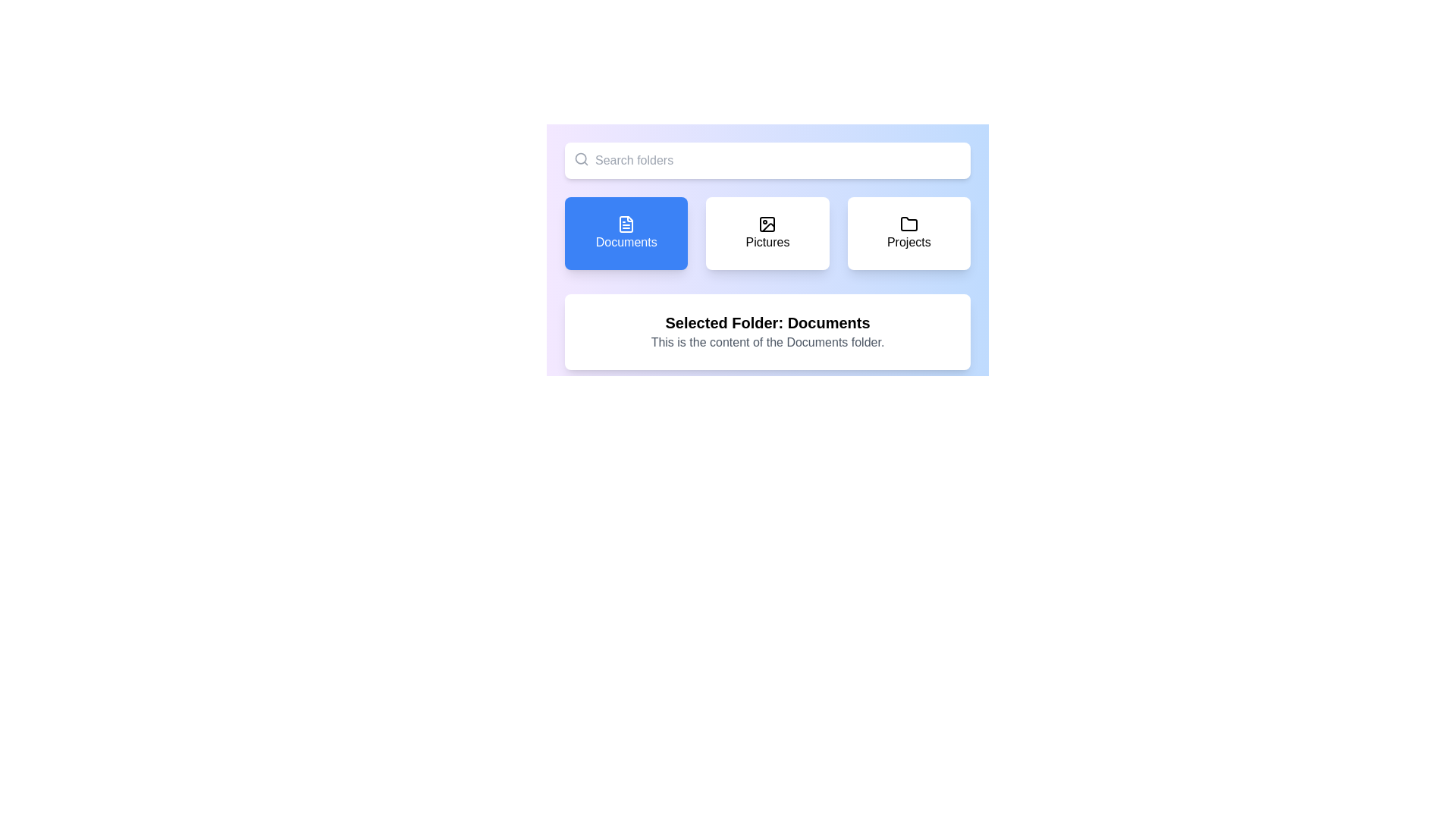 The width and height of the screenshot is (1456, 819). Describe the element at coordinates (767, 234) in the screenshot. I see `the tile labeled 'Pictures' in the section containing three selectable tiles: 'Documents', 'Pictures', and 'Projects'` at that location.